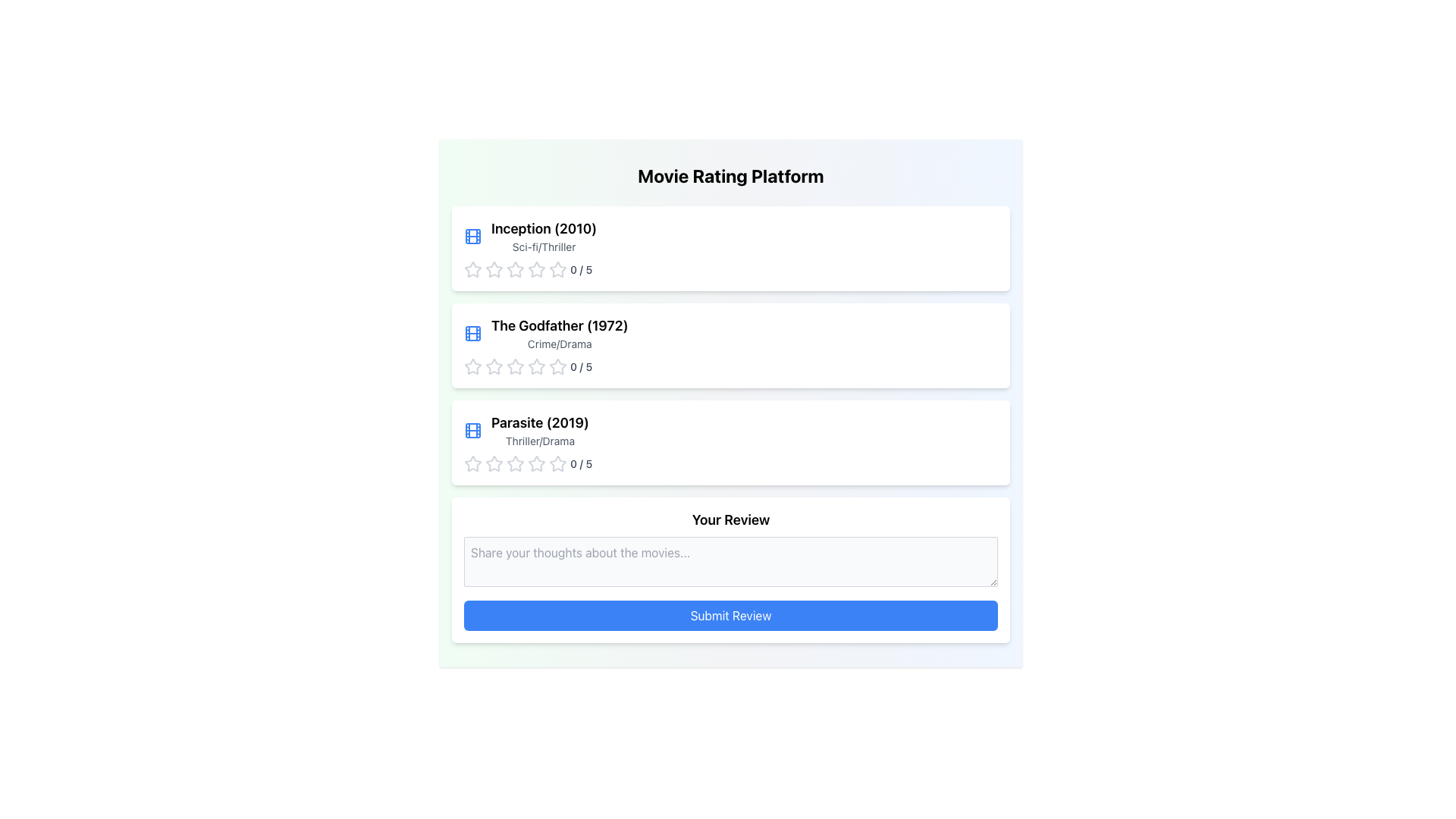  Describe the element at coordinates (472, 430) in the screenshot. I see `the movie icon located to the left of the text block for 'Parasite (2019)' in the third row of the list` at that location.